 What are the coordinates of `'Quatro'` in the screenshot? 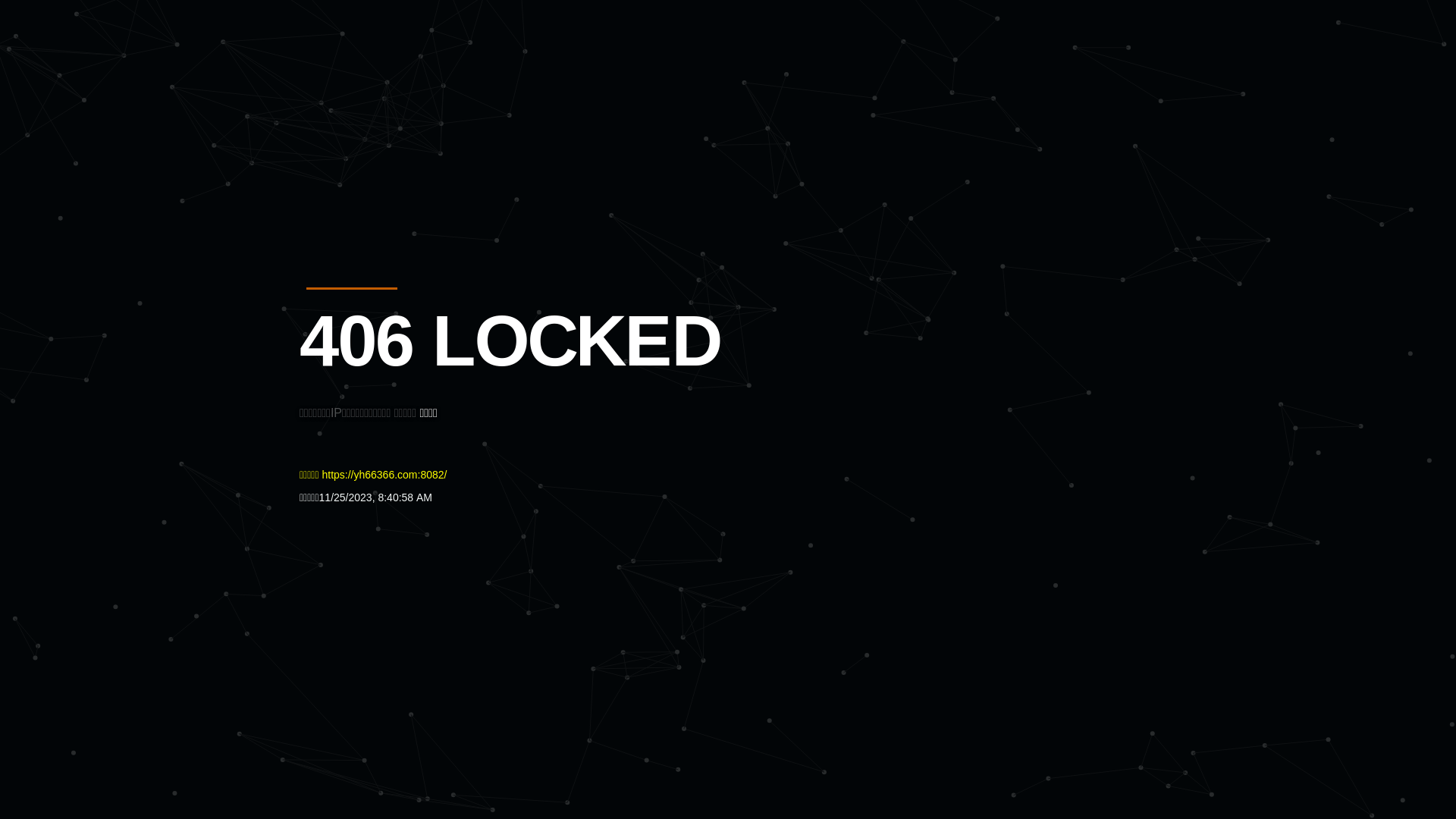 It's located at (411, 86).